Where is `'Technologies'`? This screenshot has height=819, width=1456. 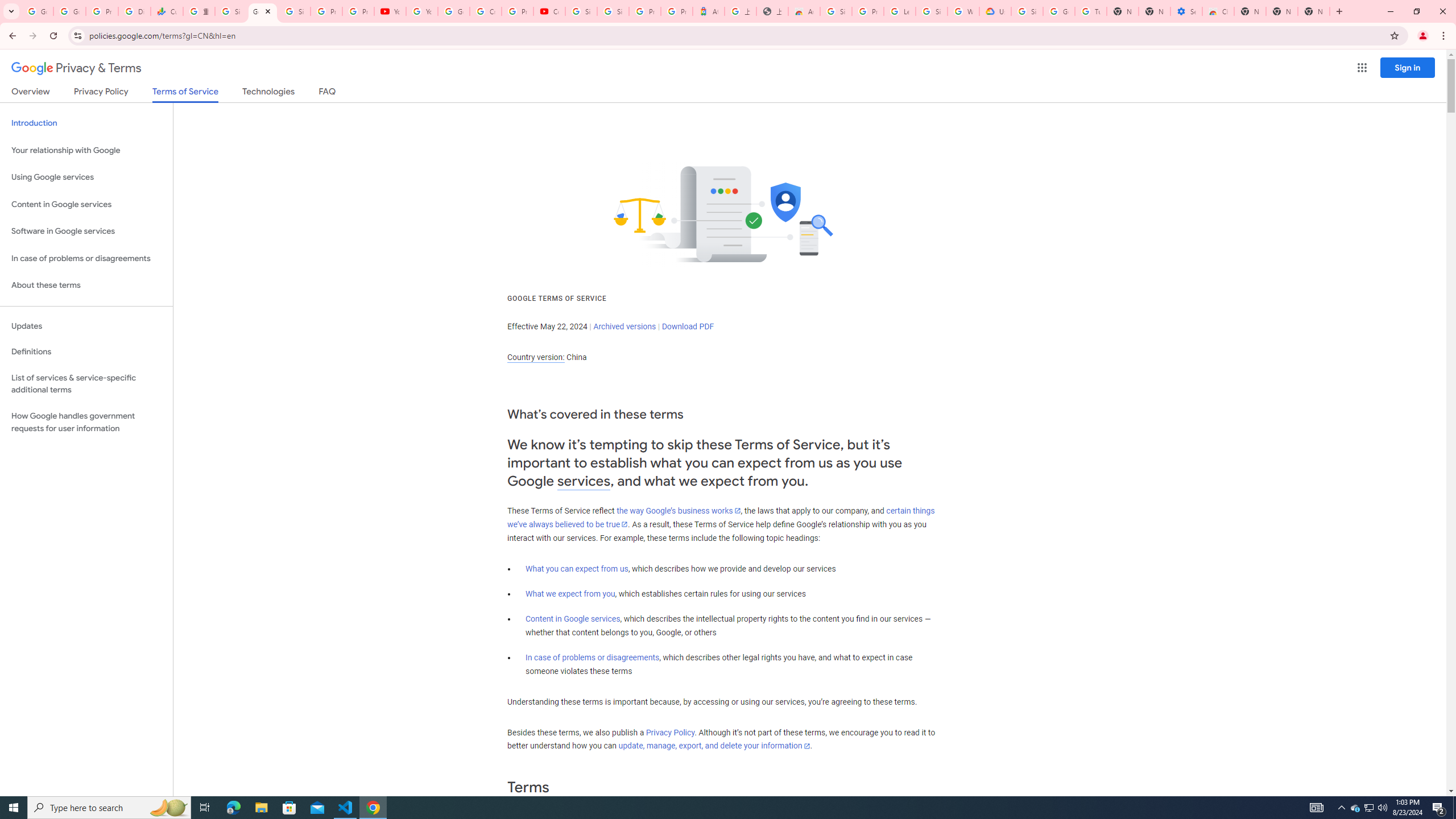 'Technologies' is located at coordinates (268, 93).